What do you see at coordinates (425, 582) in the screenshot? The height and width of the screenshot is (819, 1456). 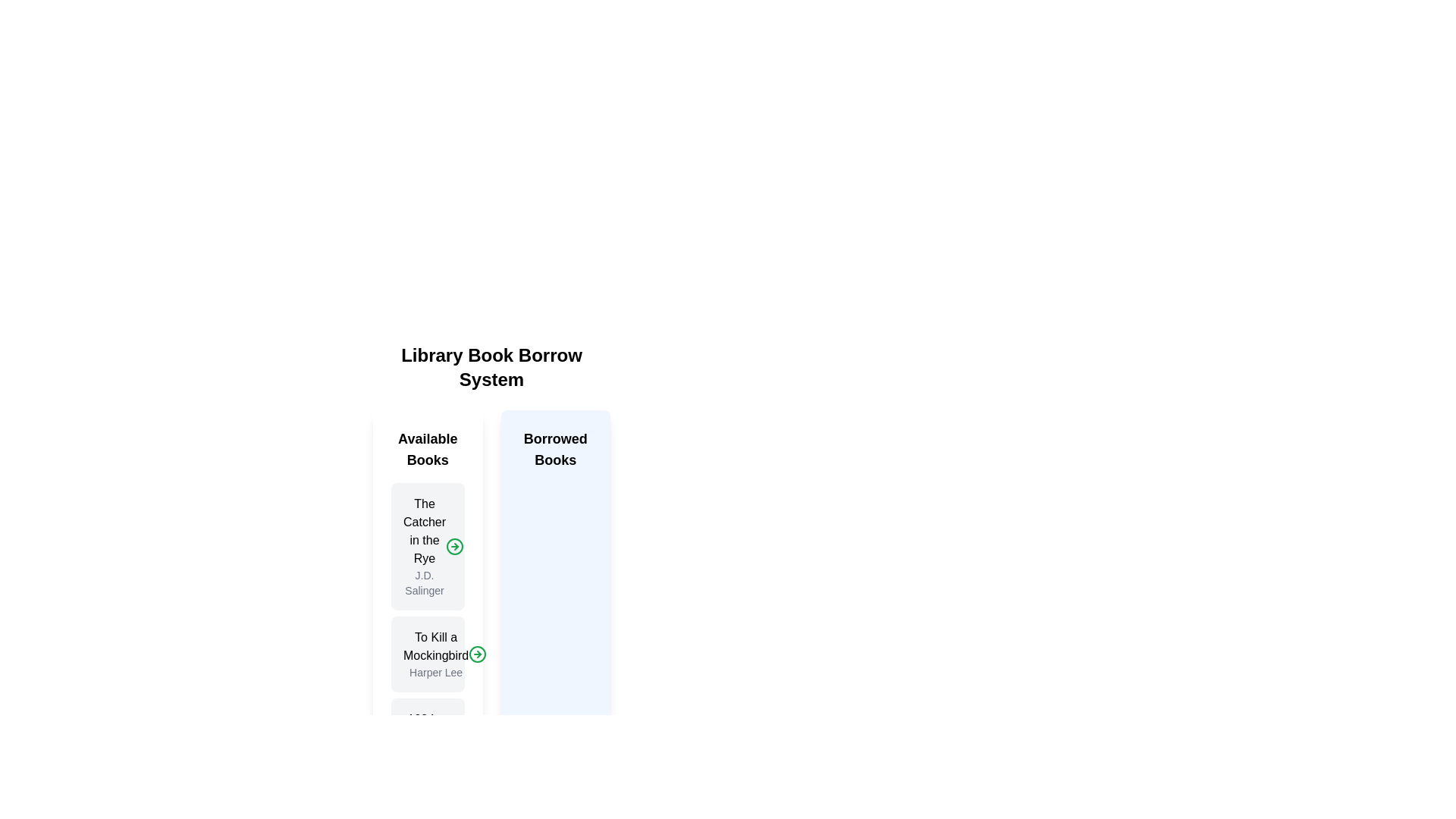 I see `the text label displaying 'J.D. Salinger', which is located immediately below the title 'The Catcher in the Rye' in a vertical layout of book details` at bounding box center [425, 582].